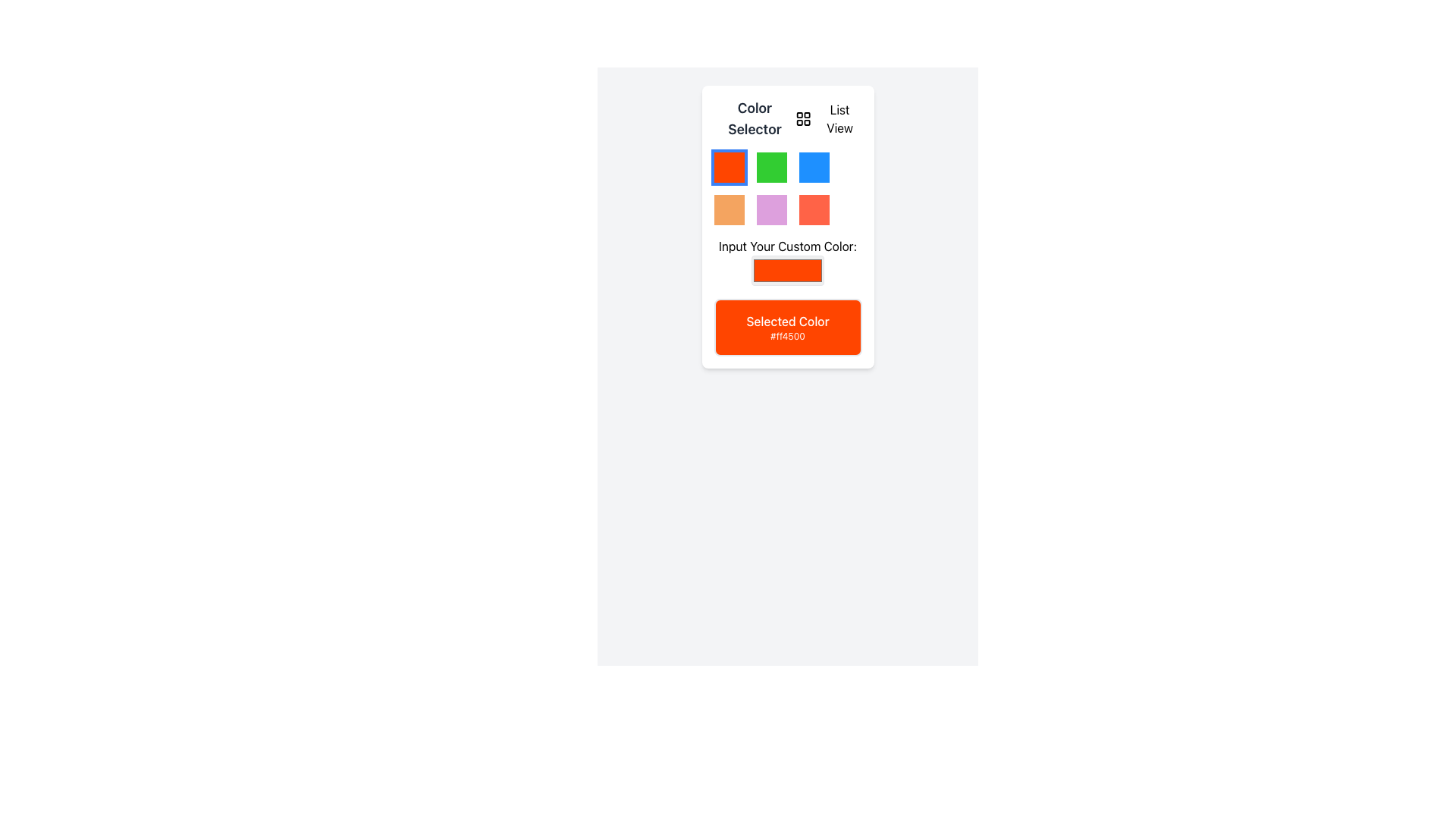 This screenshot has width=1456, height=819. Describe the element at coordinates (787, 335) in the screenshot. I see `the static text displaying '#ff4500' in white on an orange background, located beneath the 'Selected Color' label` at that location.